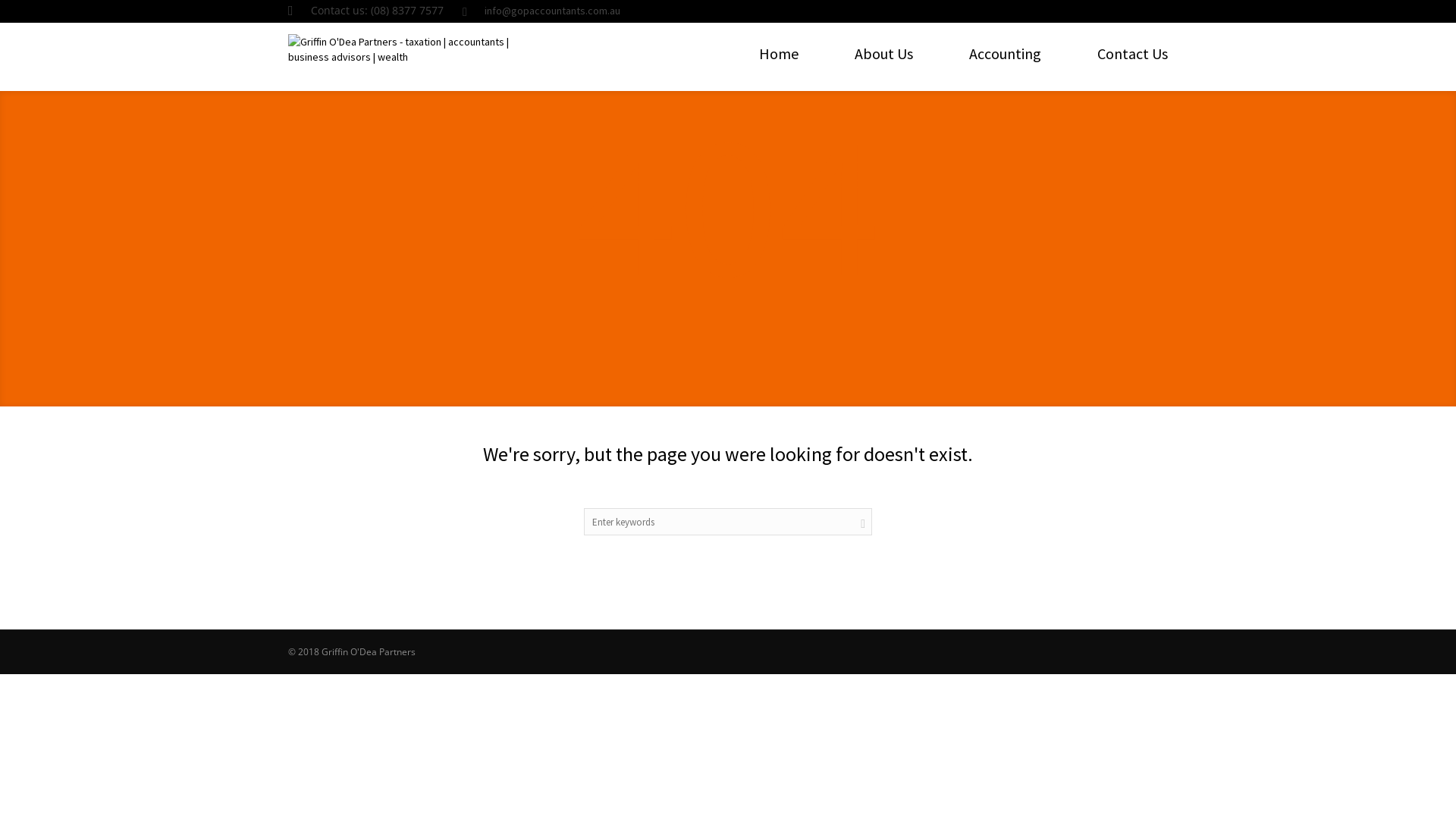 This screenshot has height=819, width=1456. I want to click on 'Home', so click(779, 52).